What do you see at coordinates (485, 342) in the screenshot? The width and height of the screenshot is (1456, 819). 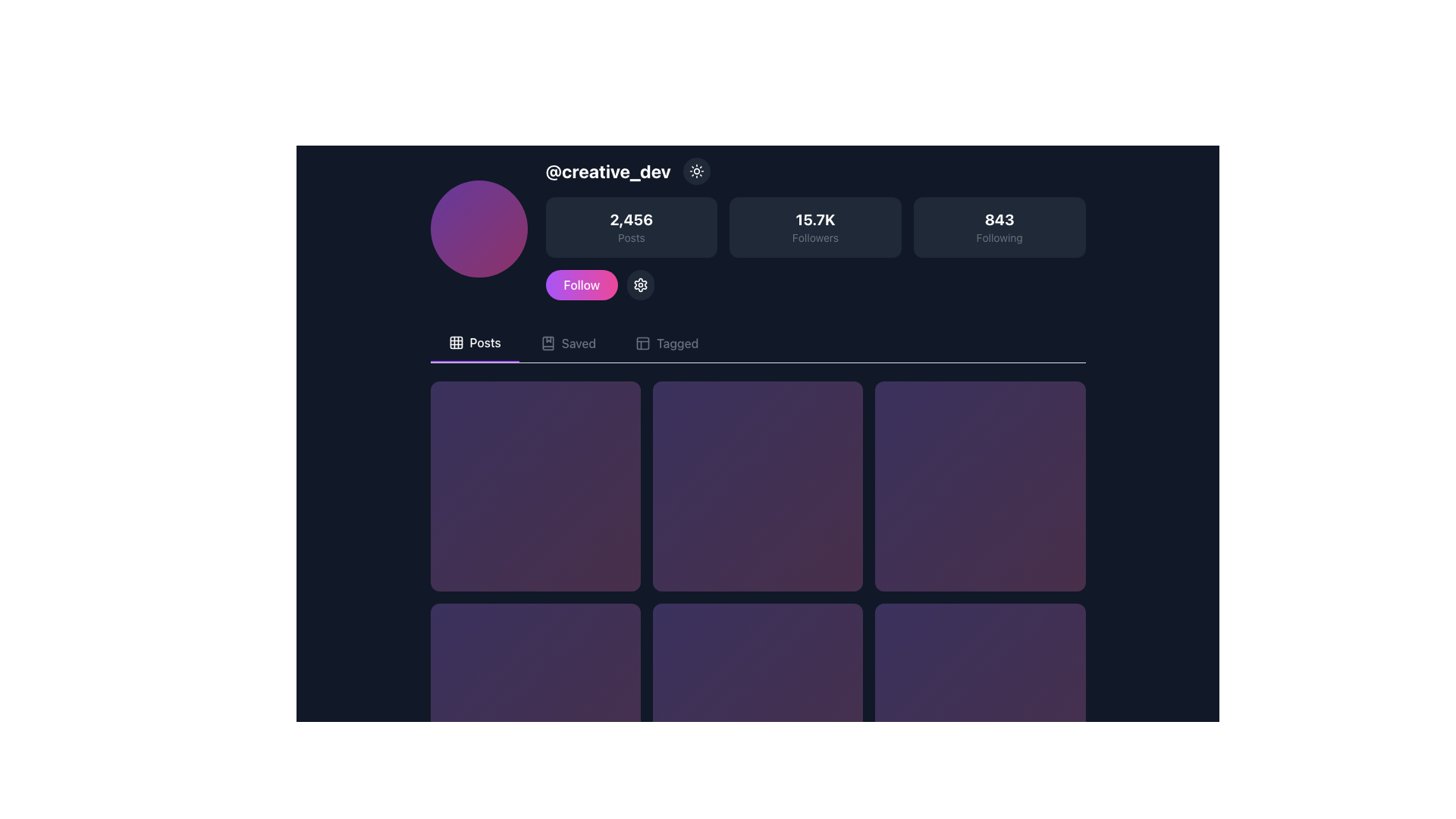 I see `the active 'Posts' tab label in the navigational menu to potentially see a tooltip` at bounding box center [485, 342].